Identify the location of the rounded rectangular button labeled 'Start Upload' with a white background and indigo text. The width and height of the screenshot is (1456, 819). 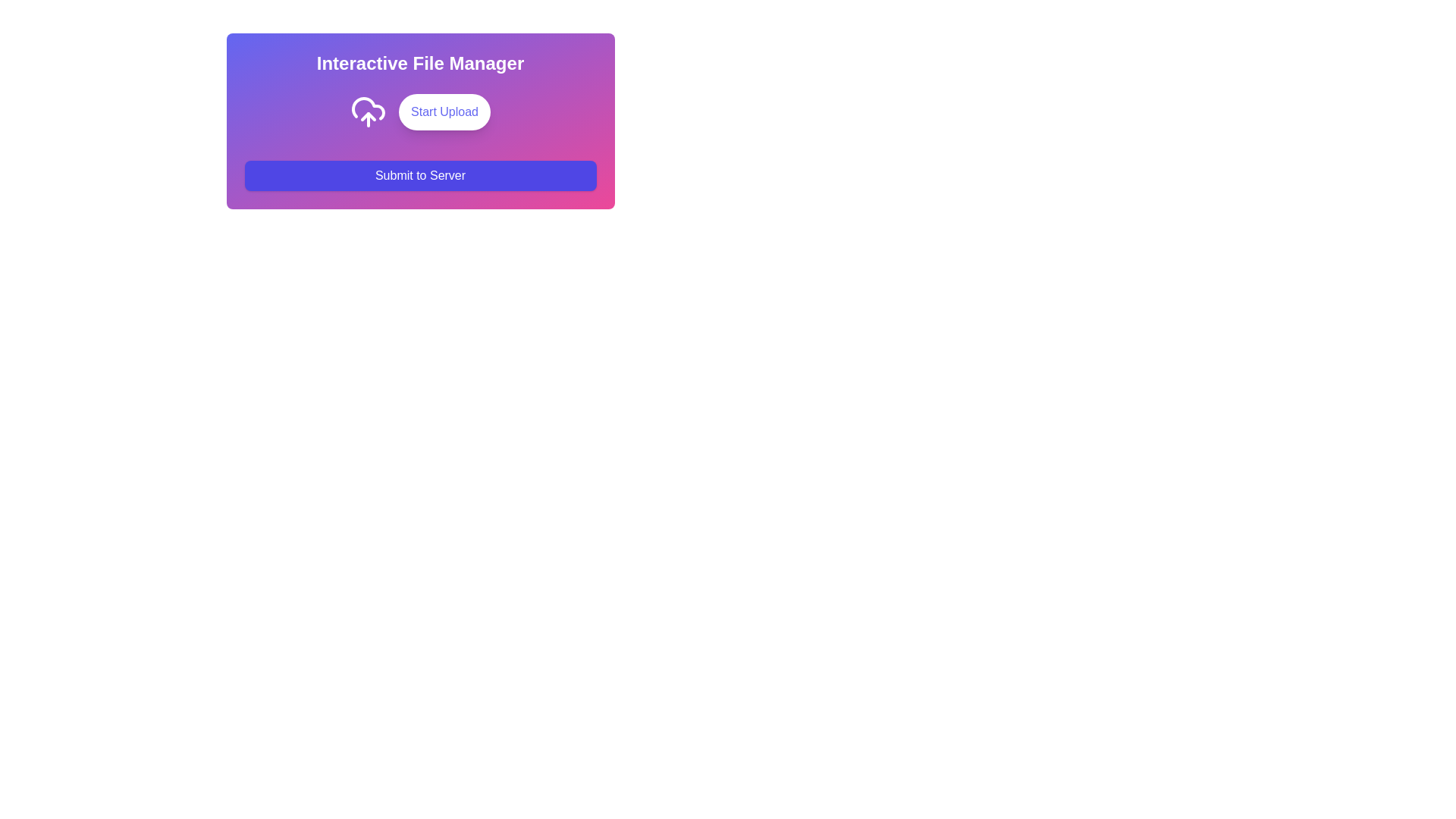
(444, 111).